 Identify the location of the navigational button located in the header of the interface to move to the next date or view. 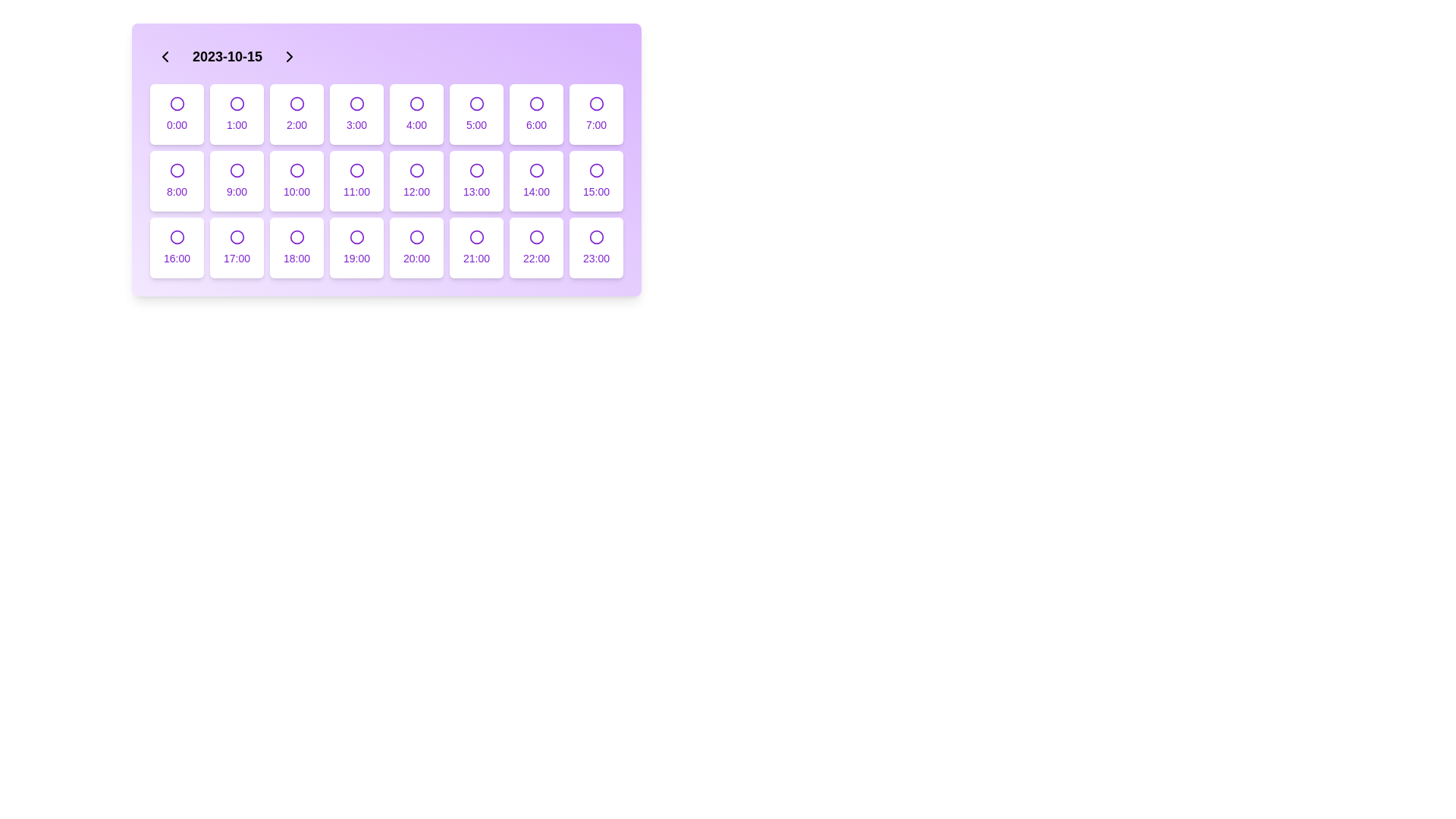
(290, 55).